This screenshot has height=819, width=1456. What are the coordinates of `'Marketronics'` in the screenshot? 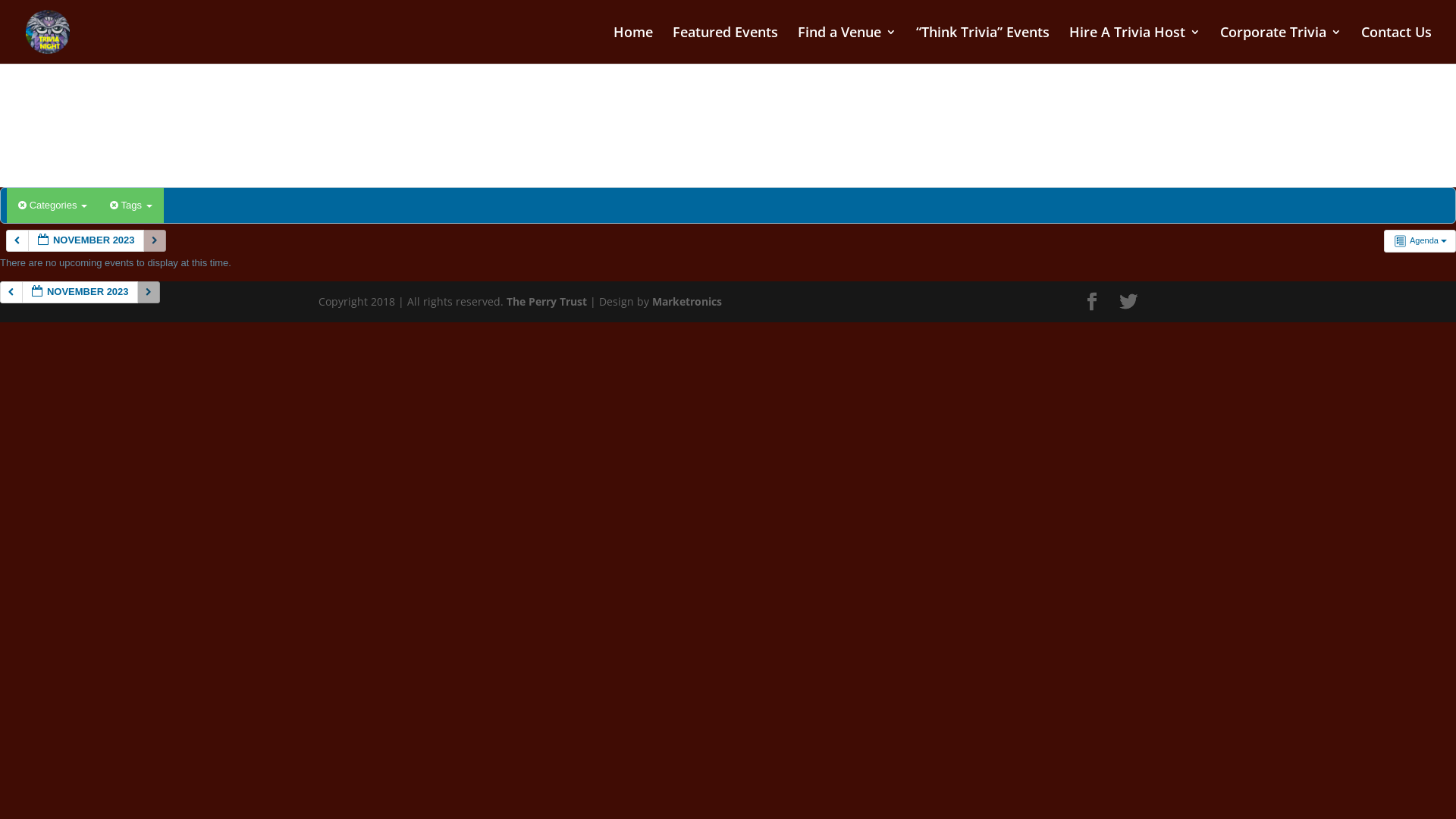 It's located at (686, 301).